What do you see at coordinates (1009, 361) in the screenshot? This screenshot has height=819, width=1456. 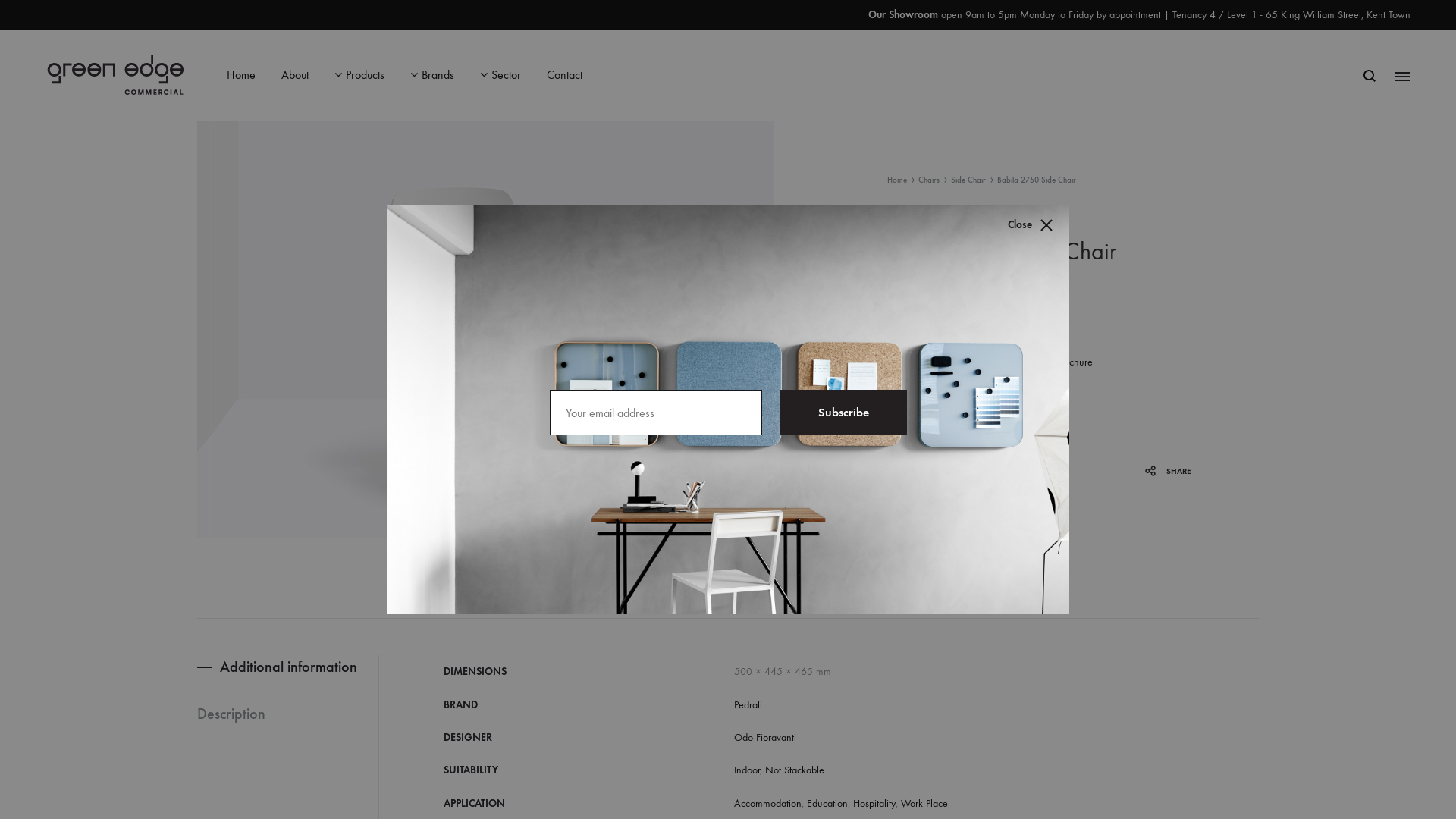 I see `'Download Brochure'` at bounding box center [1009, 361].